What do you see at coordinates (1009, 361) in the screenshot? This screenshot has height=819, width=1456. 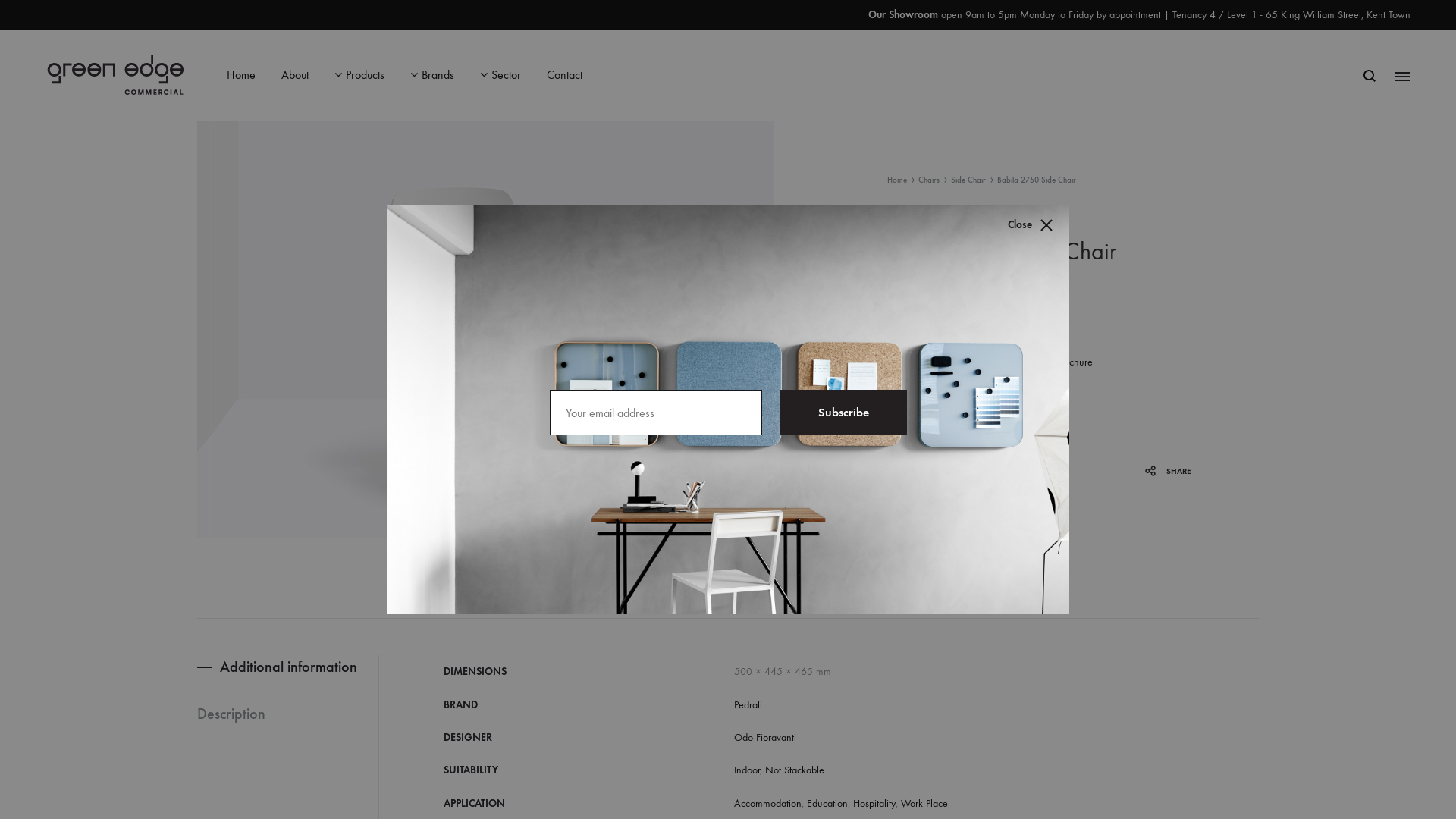 I see `'Download Brochure'` at bounding box center [1009, 361].